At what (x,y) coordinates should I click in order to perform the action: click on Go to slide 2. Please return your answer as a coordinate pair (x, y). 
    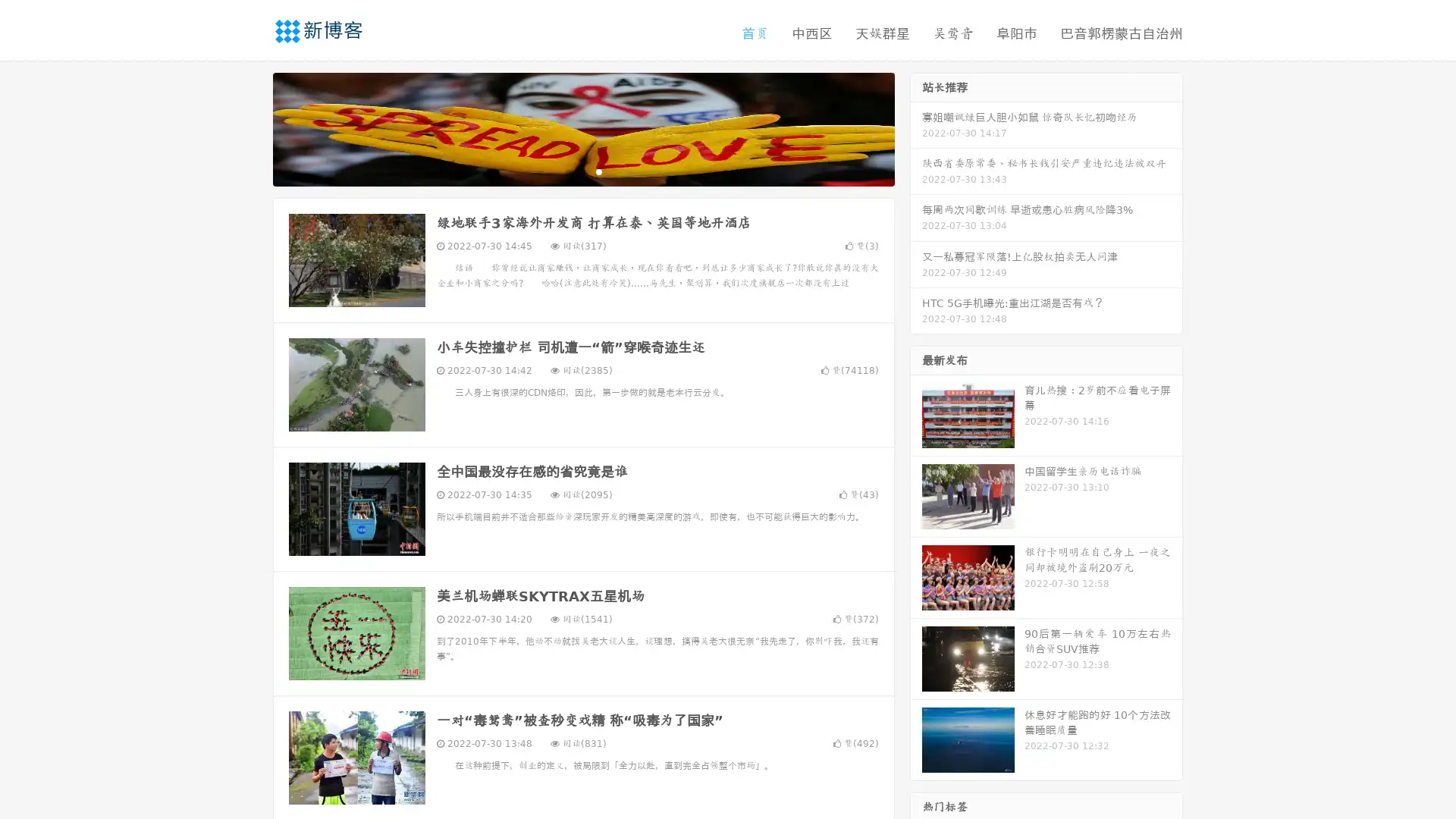
    Looking at the image, I should click on (582, 171).